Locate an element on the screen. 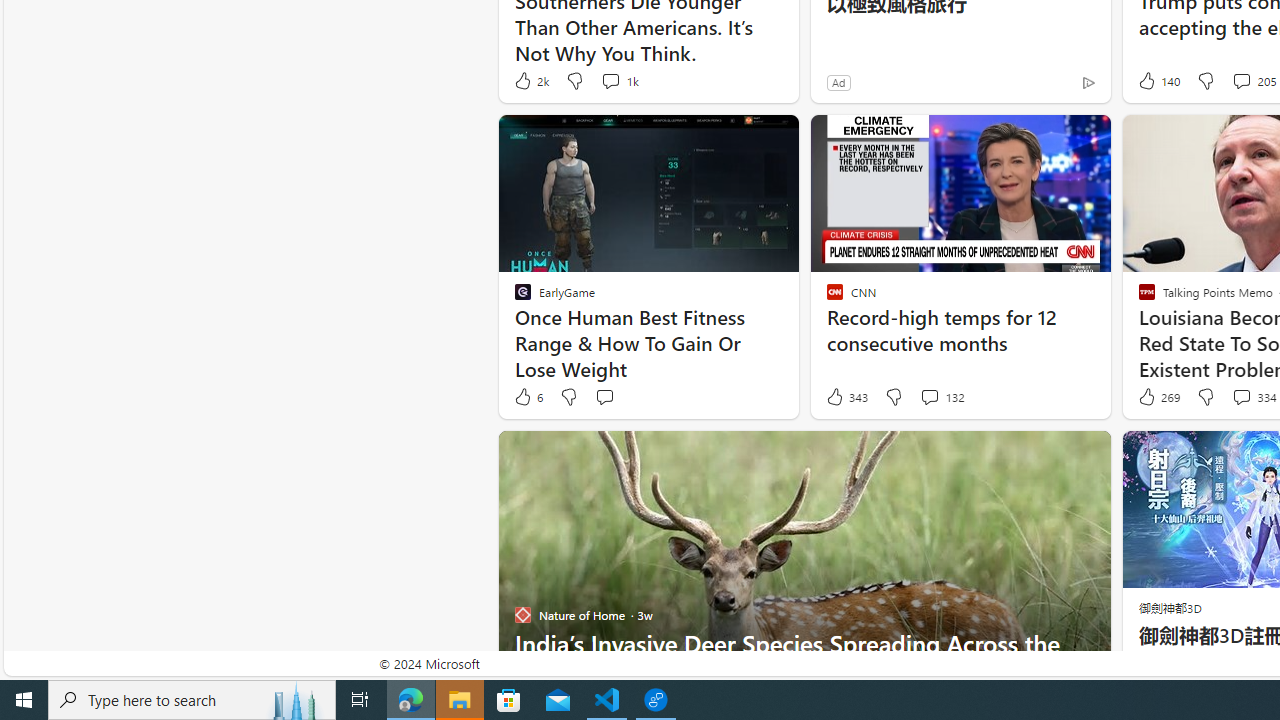 This screenshot has height=720, width=1280. '343 Like' is located at coordinates (846, 397).